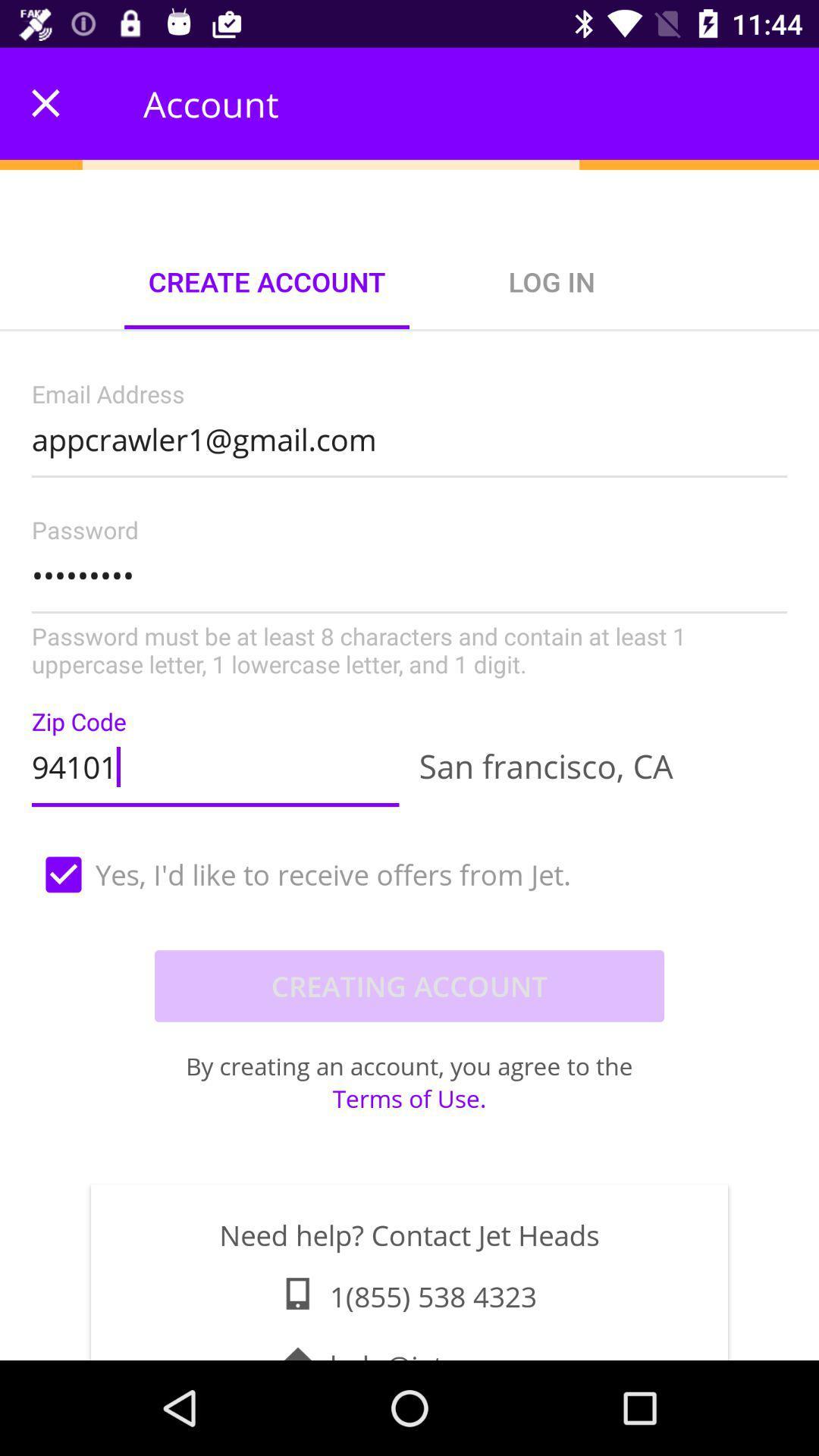 This screenshot has width=819, height=1456. Describe the element at coordinates (409, 1098) in the screenshot. I see `terms of use. item` at that location.